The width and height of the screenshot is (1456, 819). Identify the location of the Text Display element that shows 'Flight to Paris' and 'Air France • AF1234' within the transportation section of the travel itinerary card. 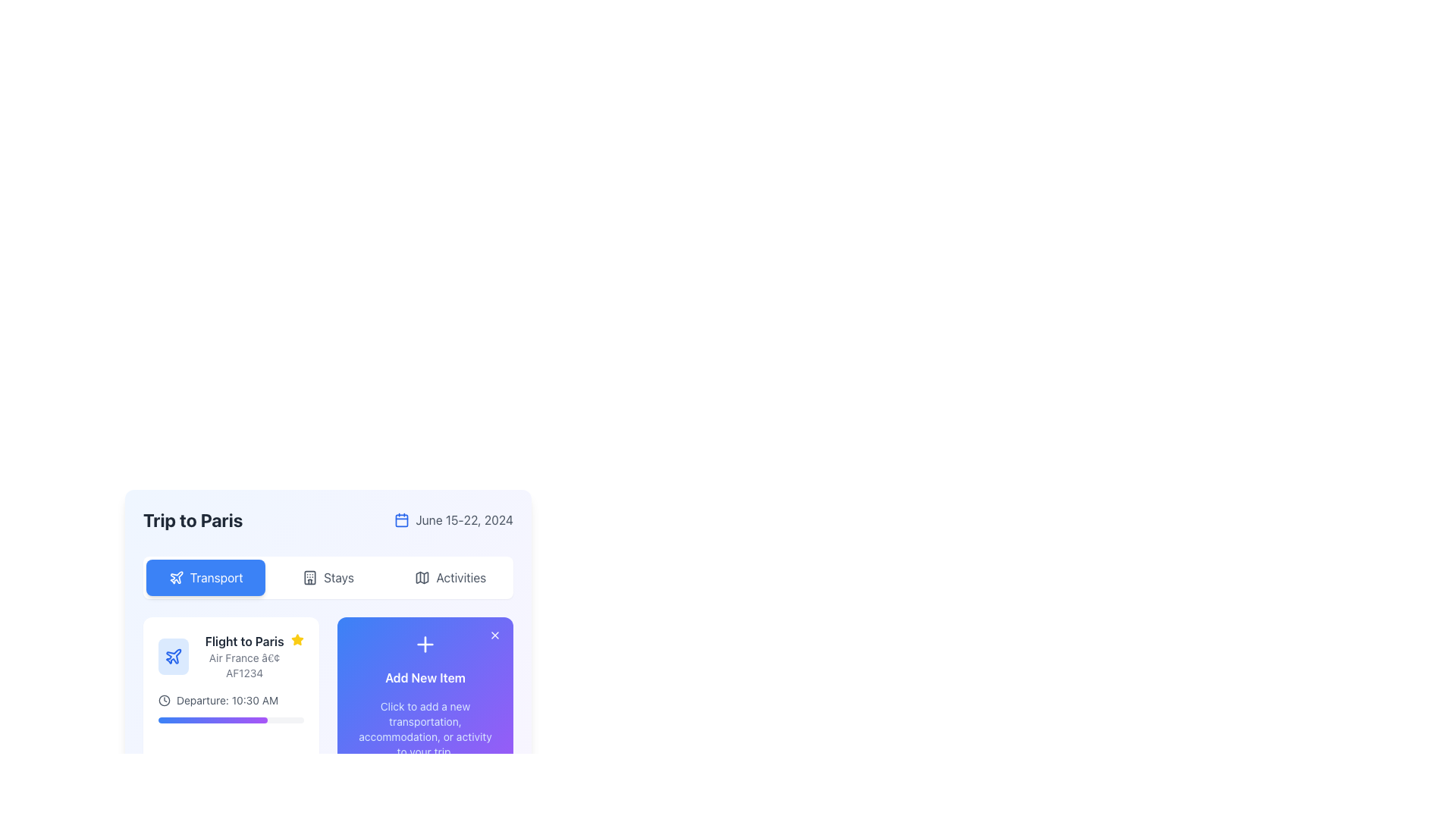
(244, 656).